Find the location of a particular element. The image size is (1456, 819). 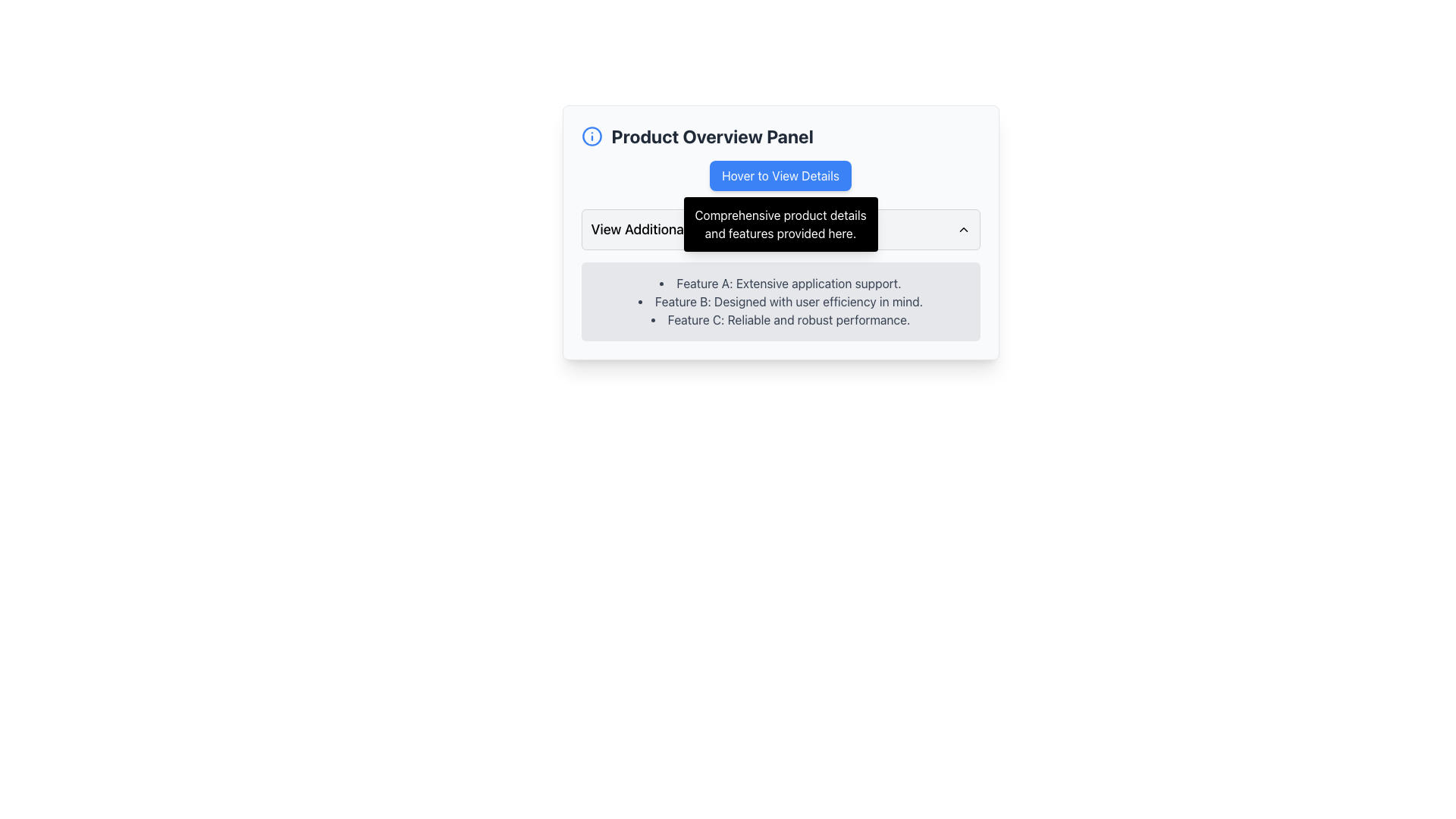

text element that states 'Feature C: Reliable and robust performance.' which is the third item in the bulleted list under 'Product Overview Panel' is located at coordinates (780, 318).